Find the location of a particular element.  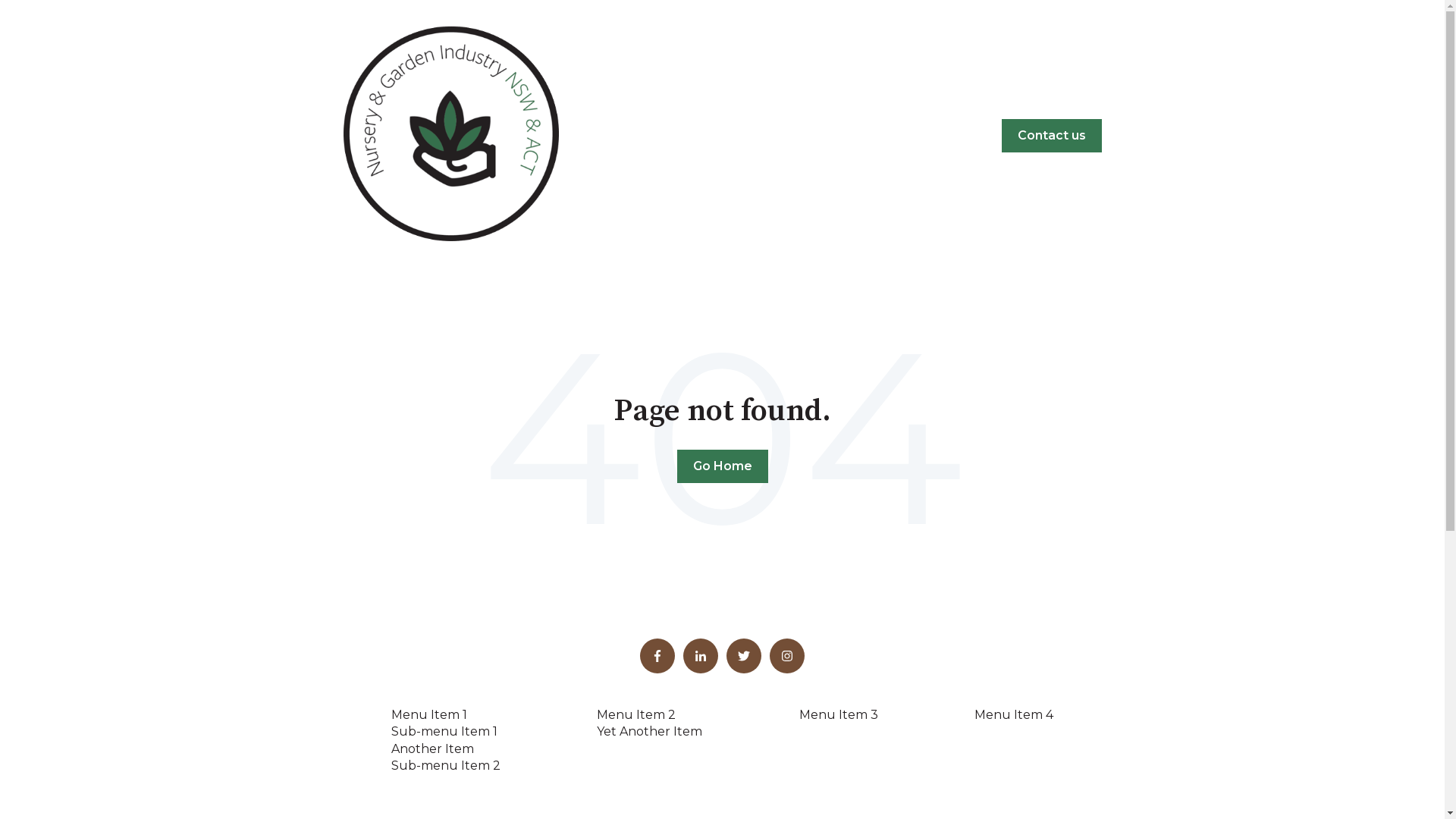

'Yet Another Item' is located at coordinates (649, 730).